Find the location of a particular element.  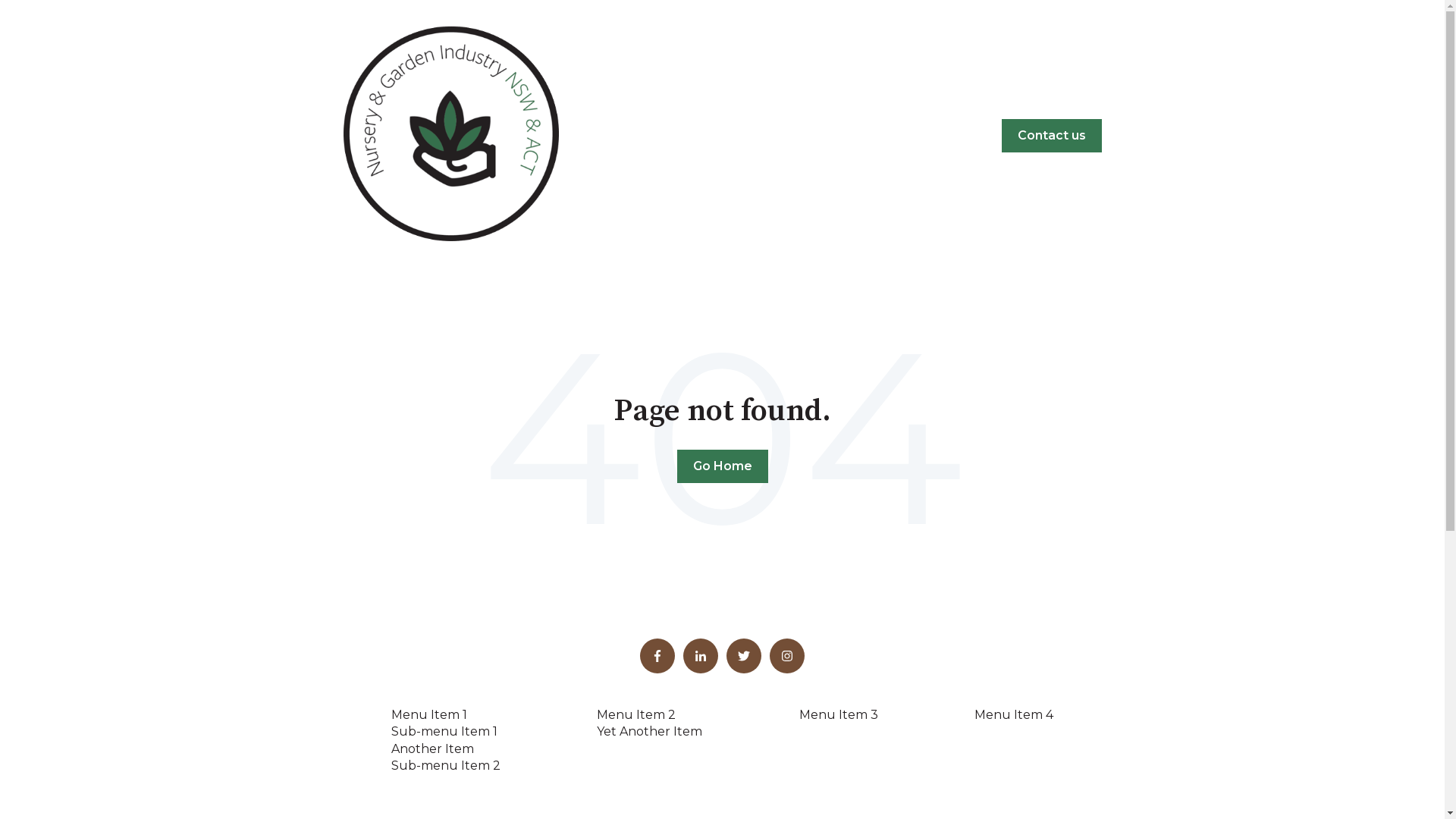

'Yet Another Item' is located at coordinates (649, 730).